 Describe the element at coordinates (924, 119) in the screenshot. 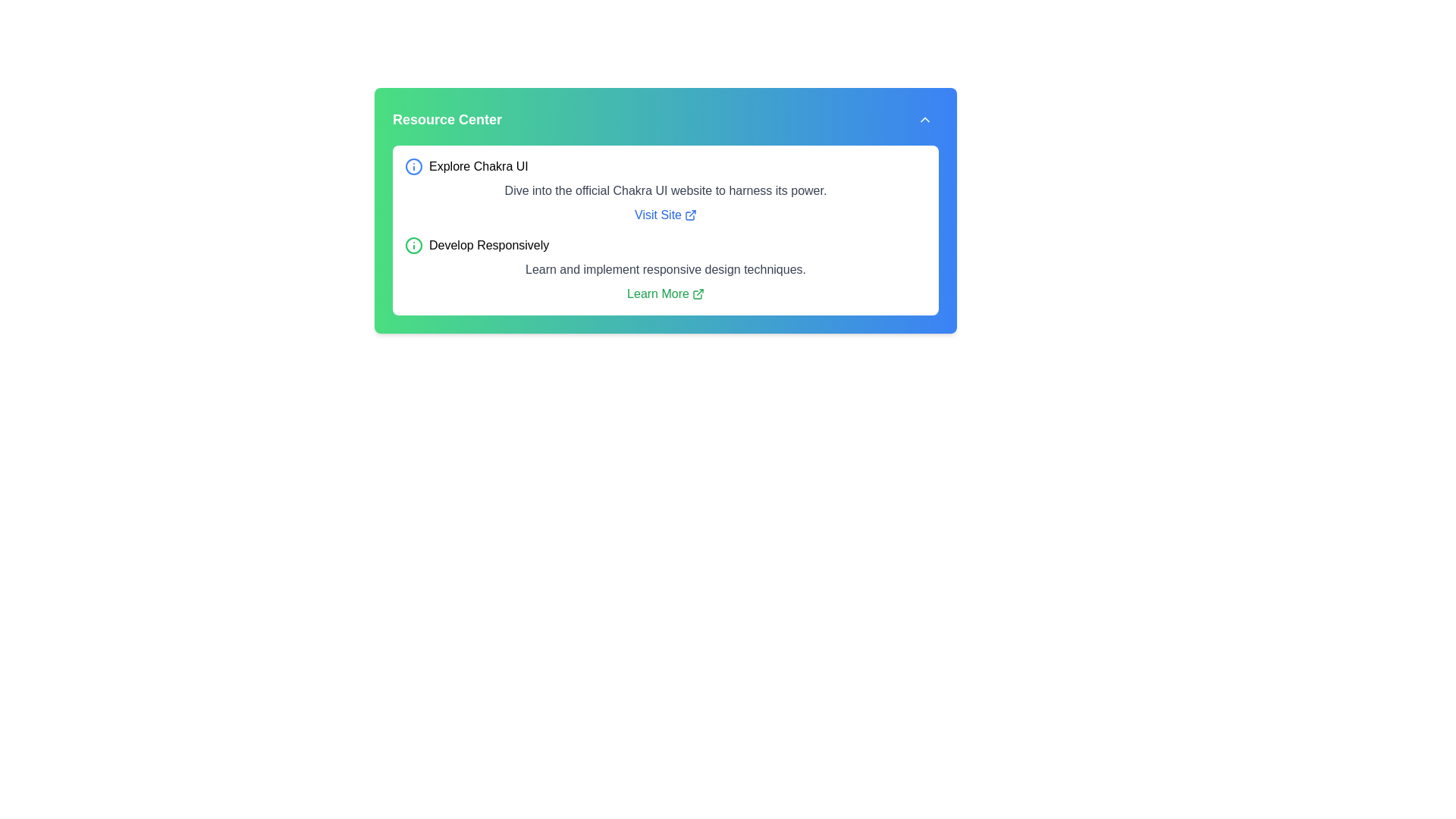

I see `the upward-facing chevron icon located in the rounded square button at the top-right corner of the blue-green dialog box labeled 'Resource Center'` at that location.